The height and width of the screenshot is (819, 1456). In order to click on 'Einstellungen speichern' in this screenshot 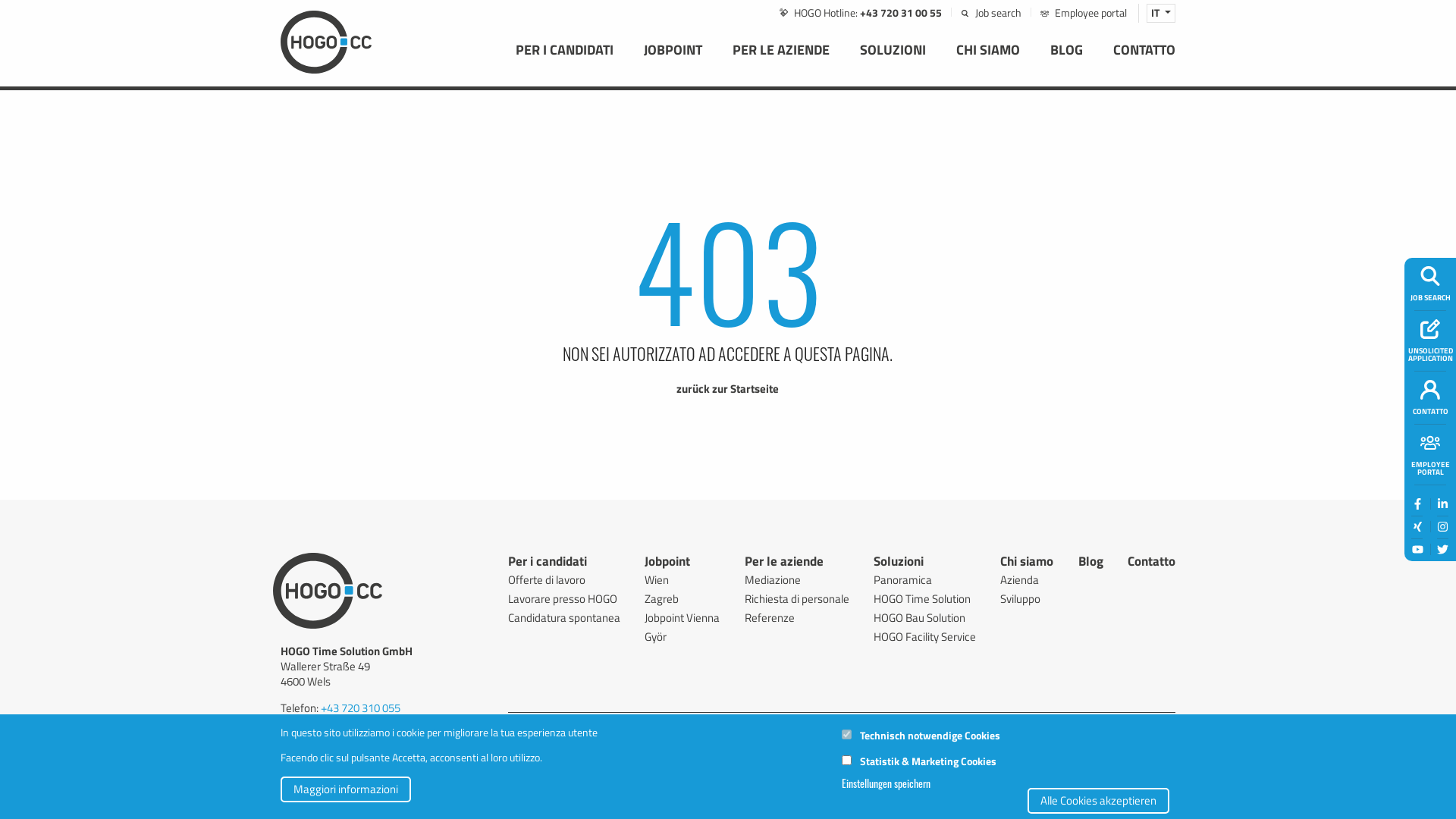, I will do `click(886, 783)`.